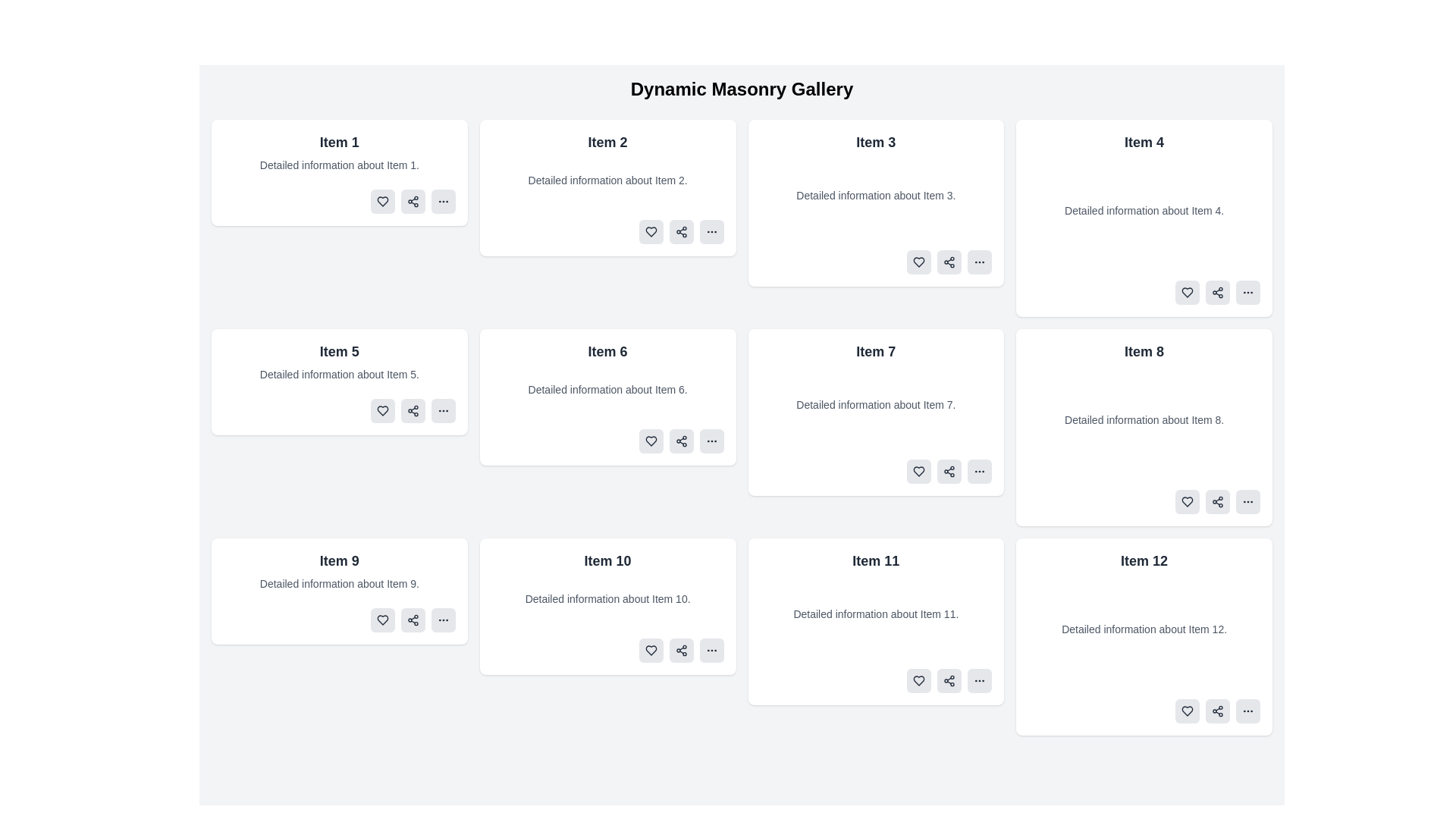 This screenshot has height=819, width=1456. I want to click on the sharing button with a light gray background and rounded corners, located, so click(680, 441).